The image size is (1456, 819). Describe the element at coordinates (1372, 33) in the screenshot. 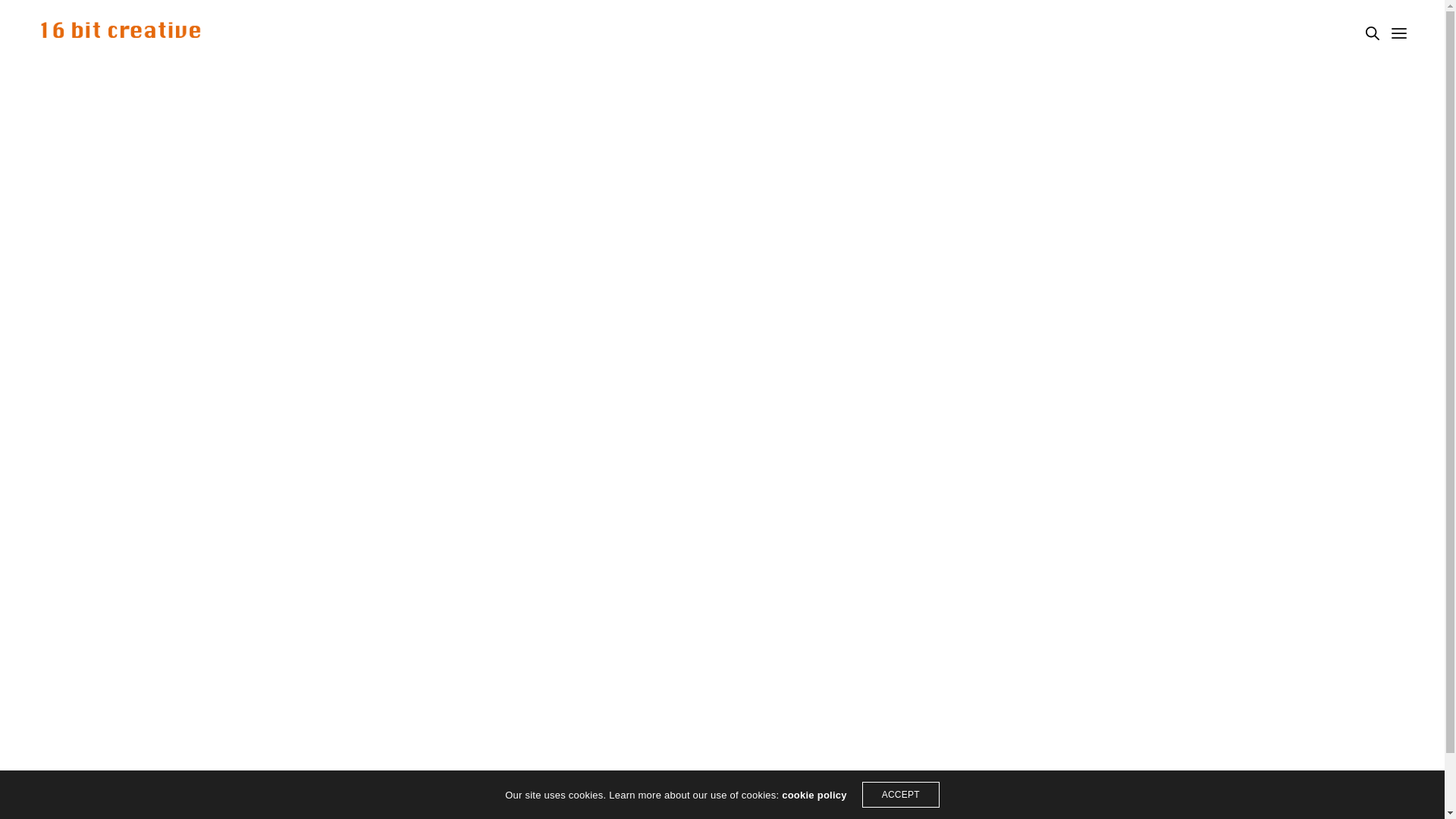

I see `'Search'` at that location.